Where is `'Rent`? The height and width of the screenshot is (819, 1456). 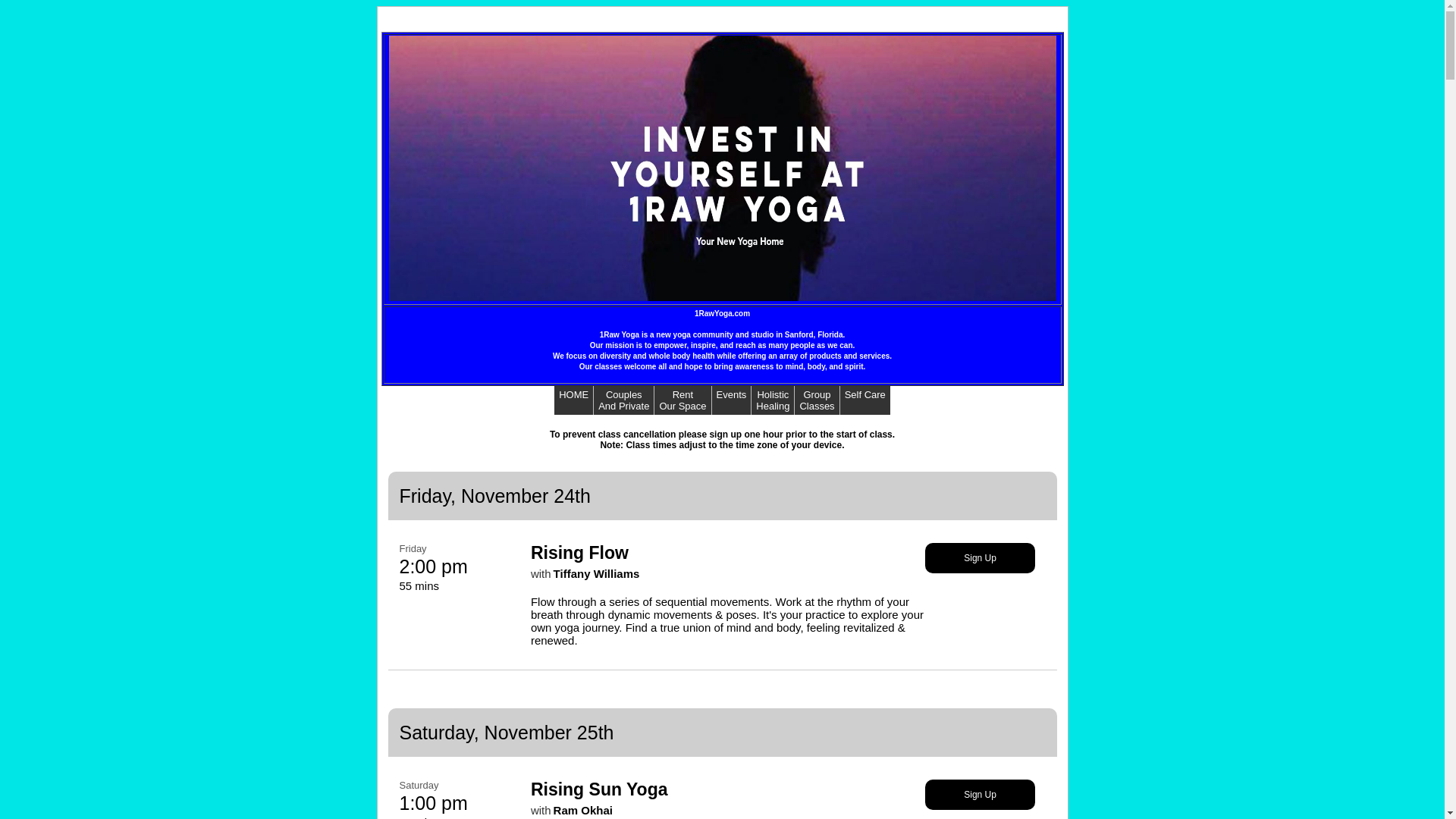
'Rent is located at coordinates (682, 400).